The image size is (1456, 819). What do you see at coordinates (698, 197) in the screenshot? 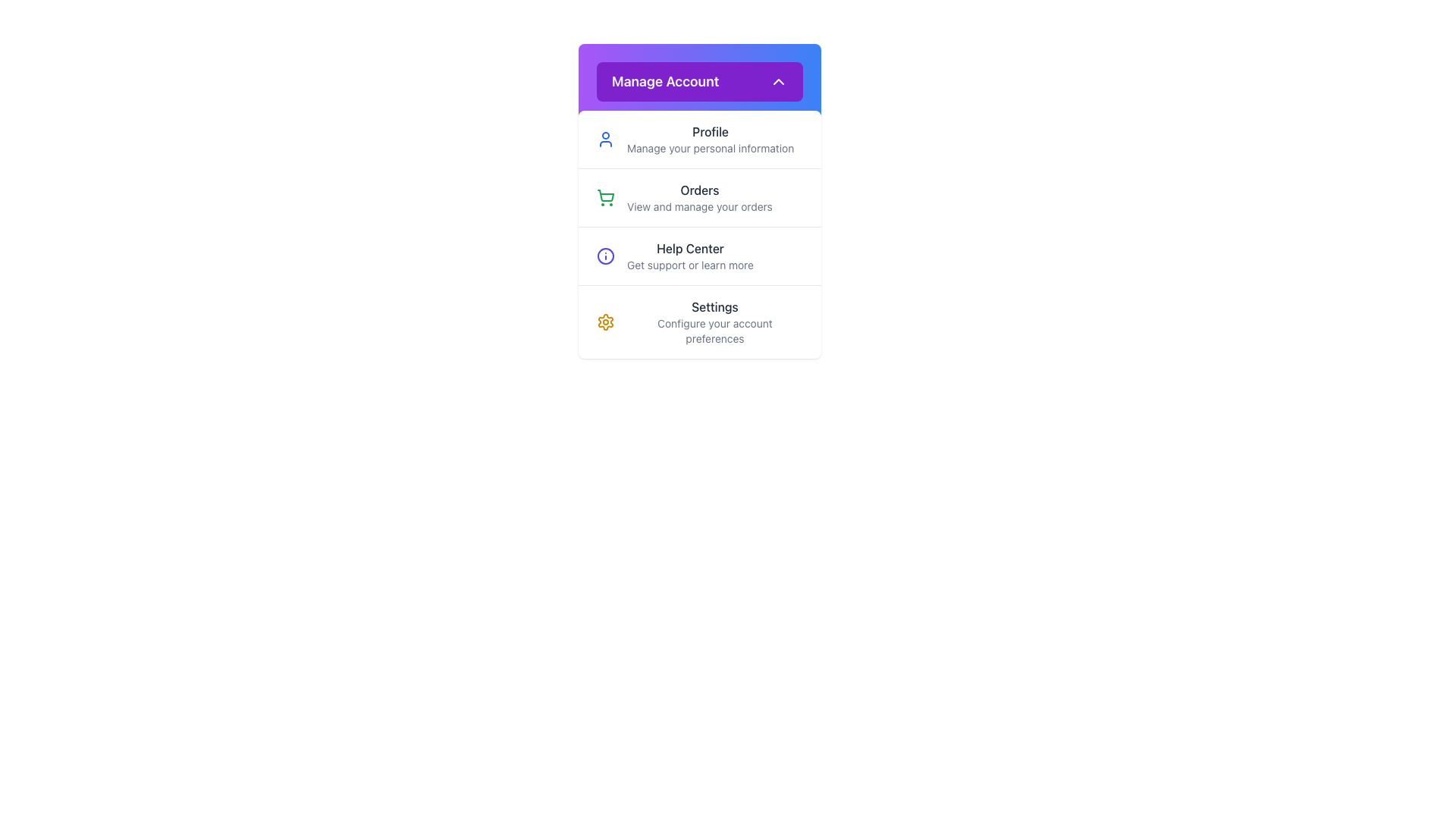
I see `'Orders' text label which is bold and located beneath the 'Profile' item in the 'Manage Account' section` at bounding box center [698, 197].